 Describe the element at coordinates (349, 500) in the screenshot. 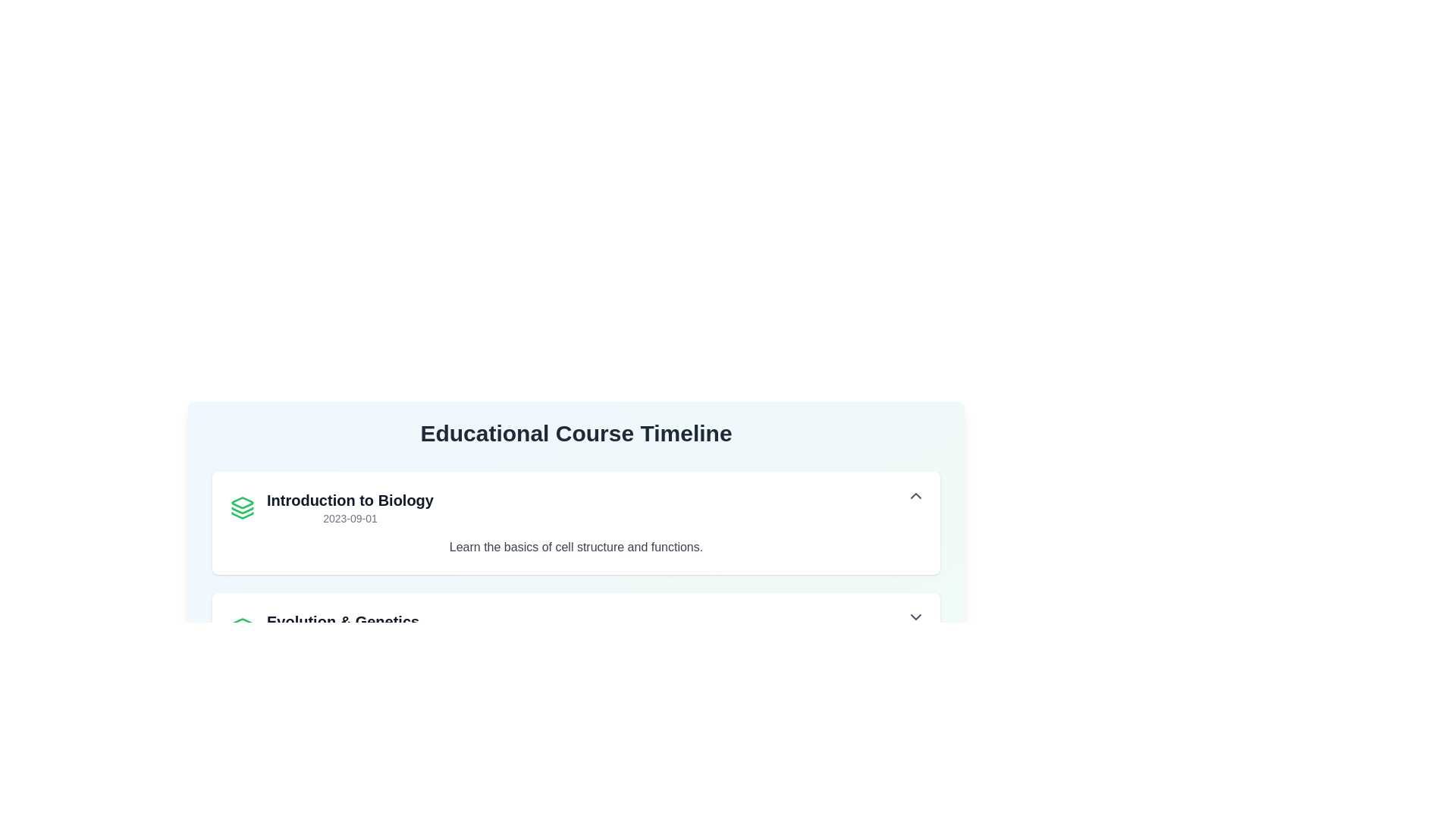

I see `the text header 'Introduction to Biology' which is styled in bold and large font, located in the top-left region of its card-like layout` at that location.